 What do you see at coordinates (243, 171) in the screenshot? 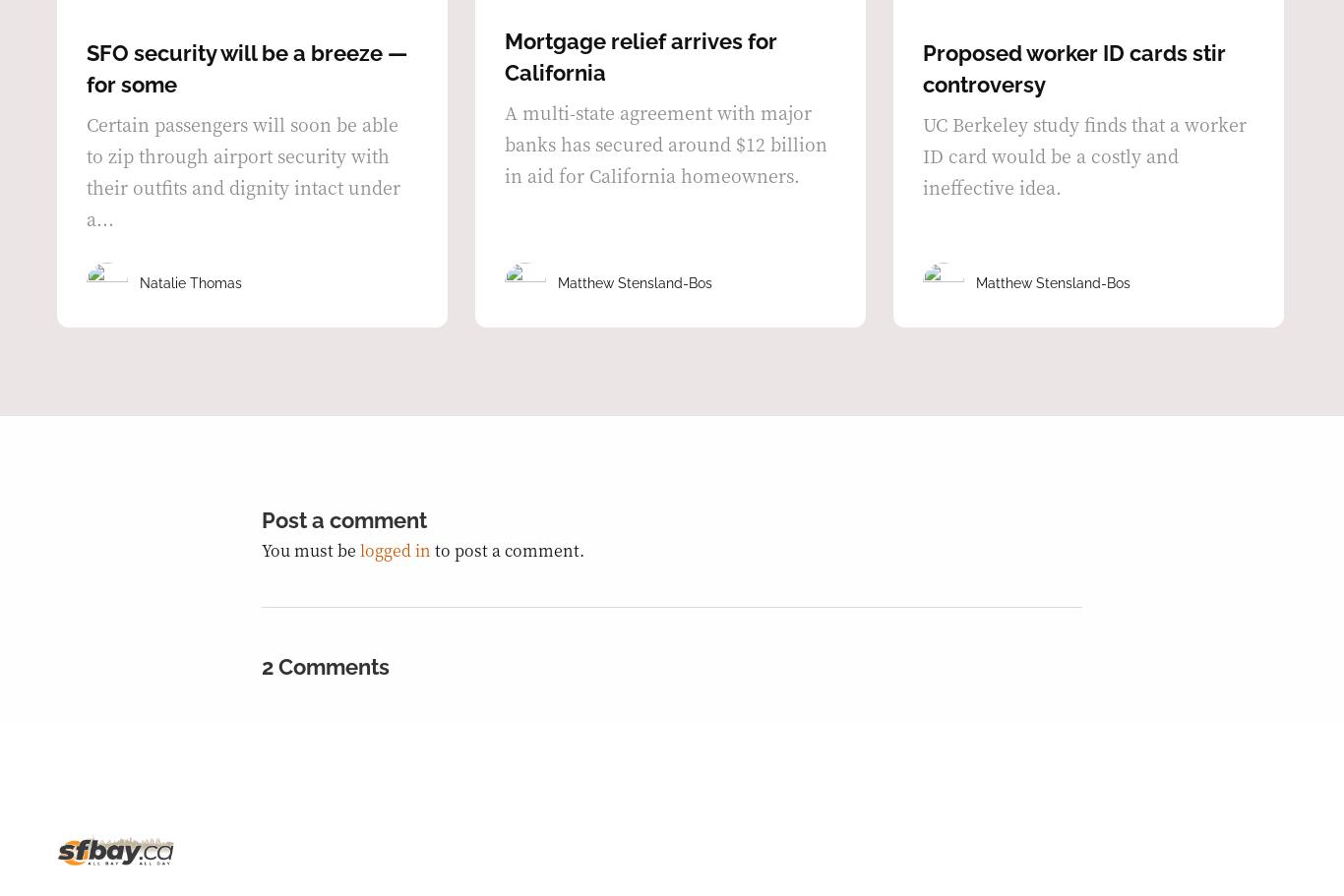
I see `'Certain passengers will soon be able to zip through airport security with their outfits and dignity intact under a...'` at bounding box center [243, 171].